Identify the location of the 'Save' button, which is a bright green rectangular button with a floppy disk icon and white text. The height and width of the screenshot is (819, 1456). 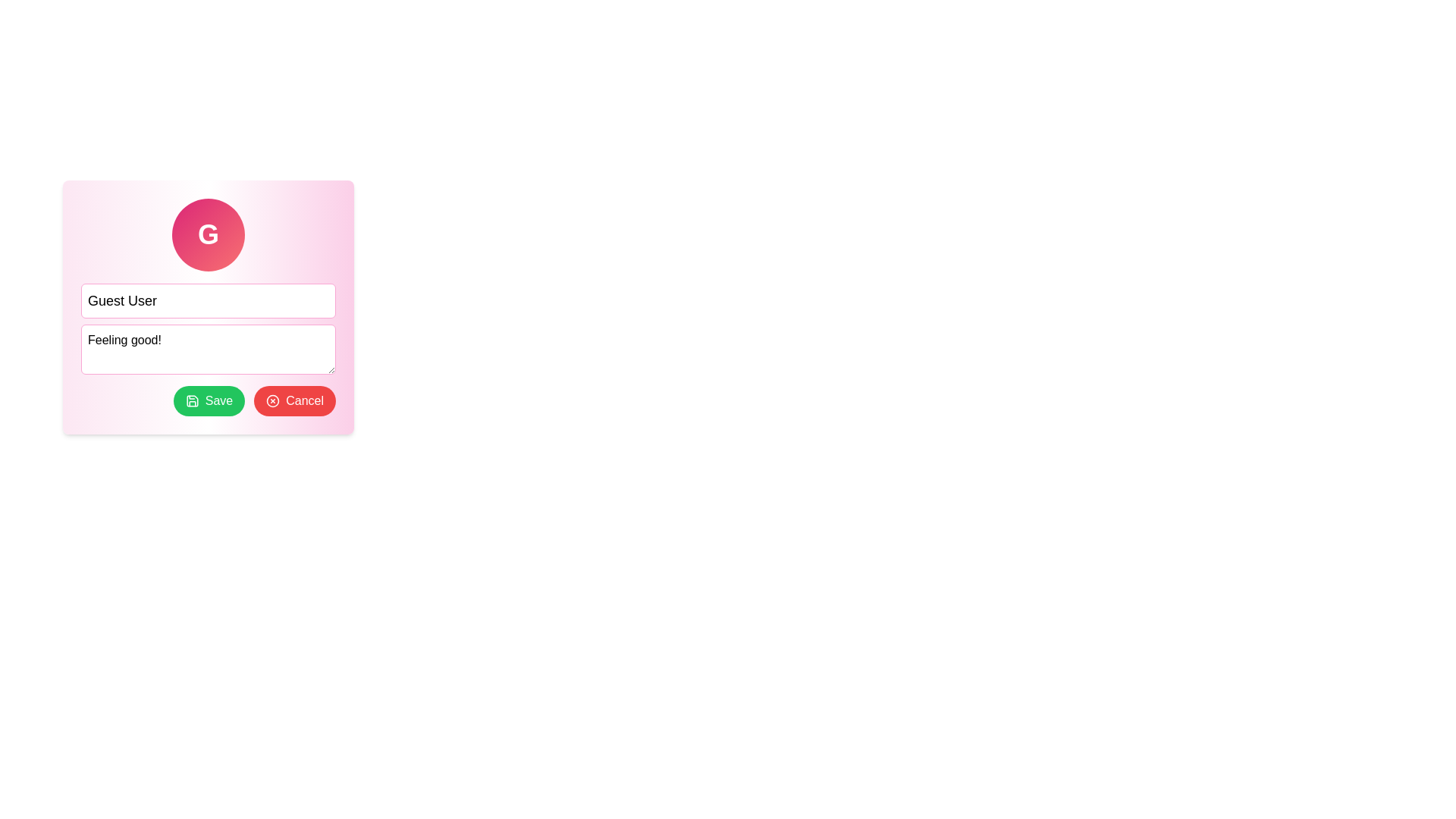
(208, 400).